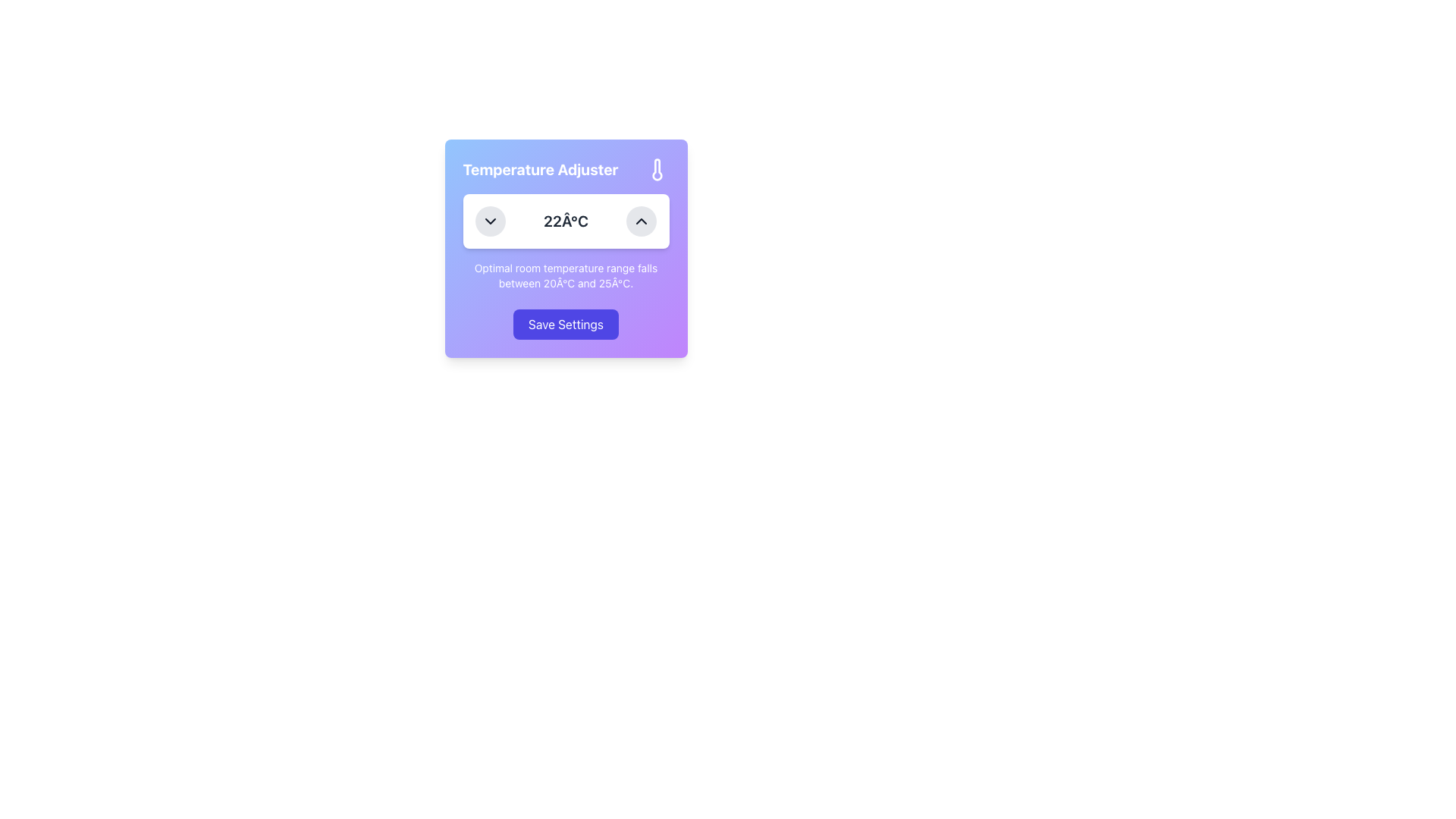  Describe the element at coordinates (565, 275) in the screenshot. I see `the text block that displays the message 'Optimal room temperature range falls between 20°C and 25°C.', which is centrally aligned and positioned below the temperature display` at that location.